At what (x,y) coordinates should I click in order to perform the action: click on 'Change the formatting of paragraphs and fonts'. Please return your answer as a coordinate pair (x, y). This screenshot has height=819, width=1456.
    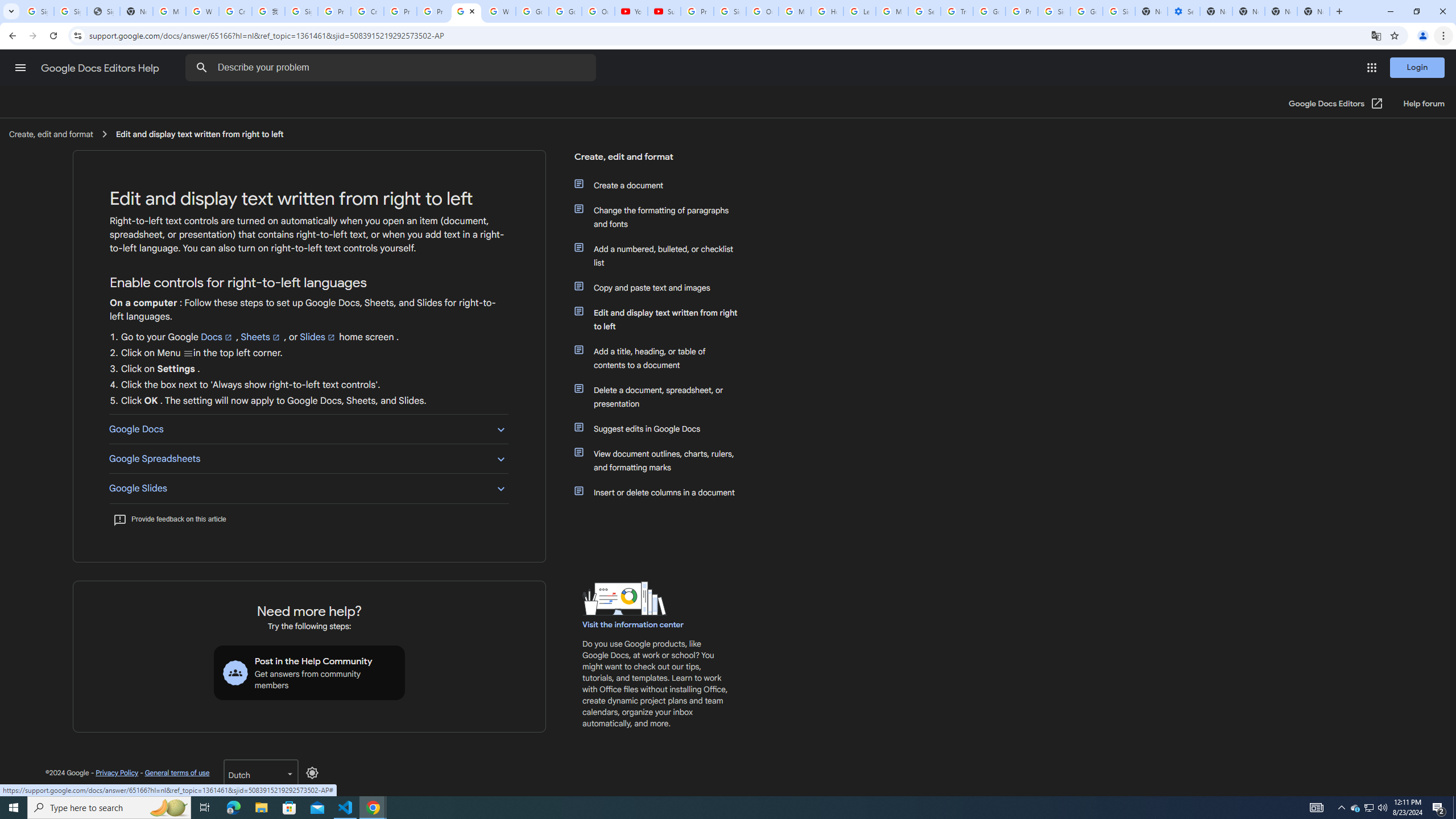
    Looking at the image, I should click on (661, 217).